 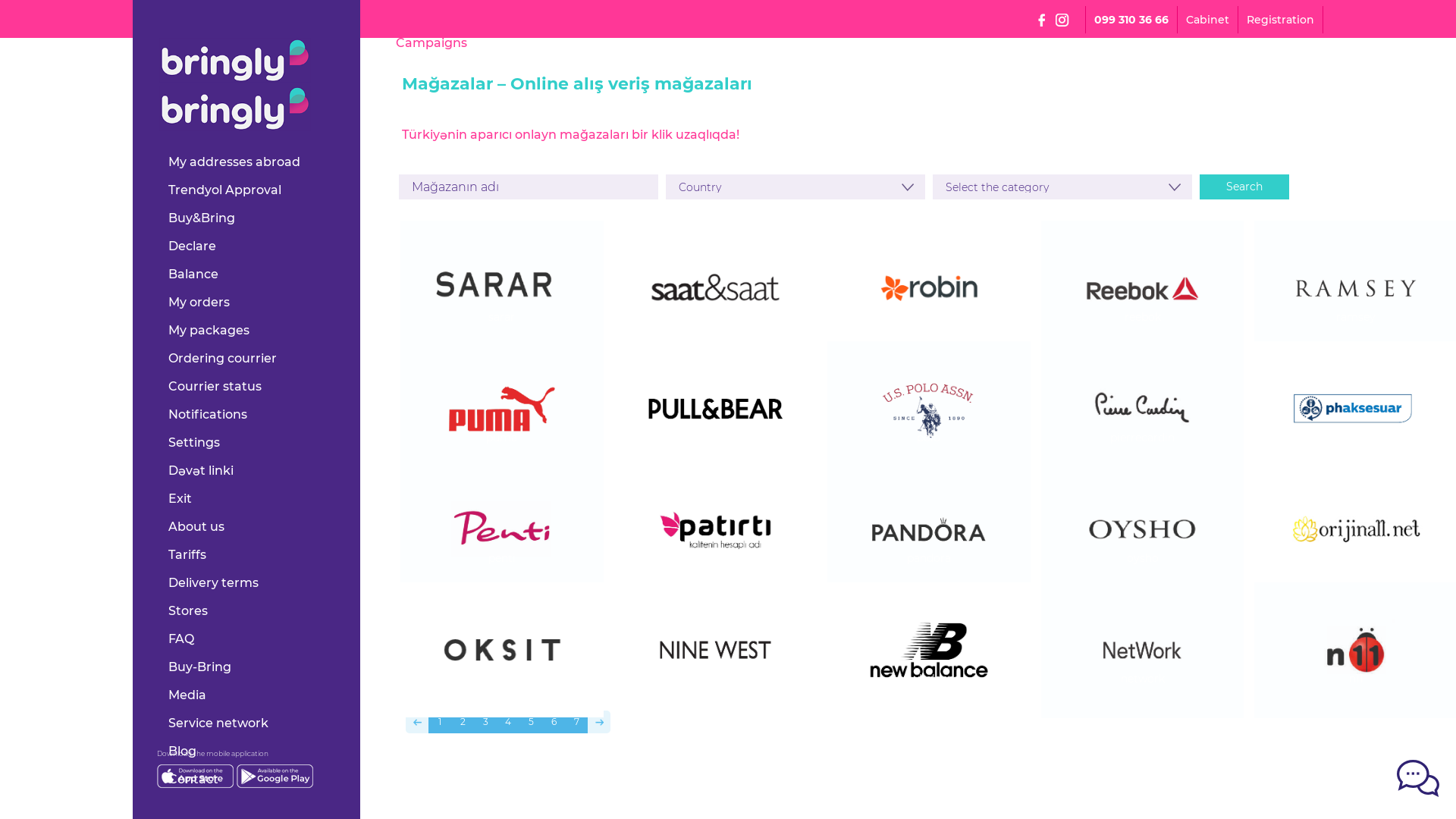 I want to click on 'Blog', so click(x=182, y=751).